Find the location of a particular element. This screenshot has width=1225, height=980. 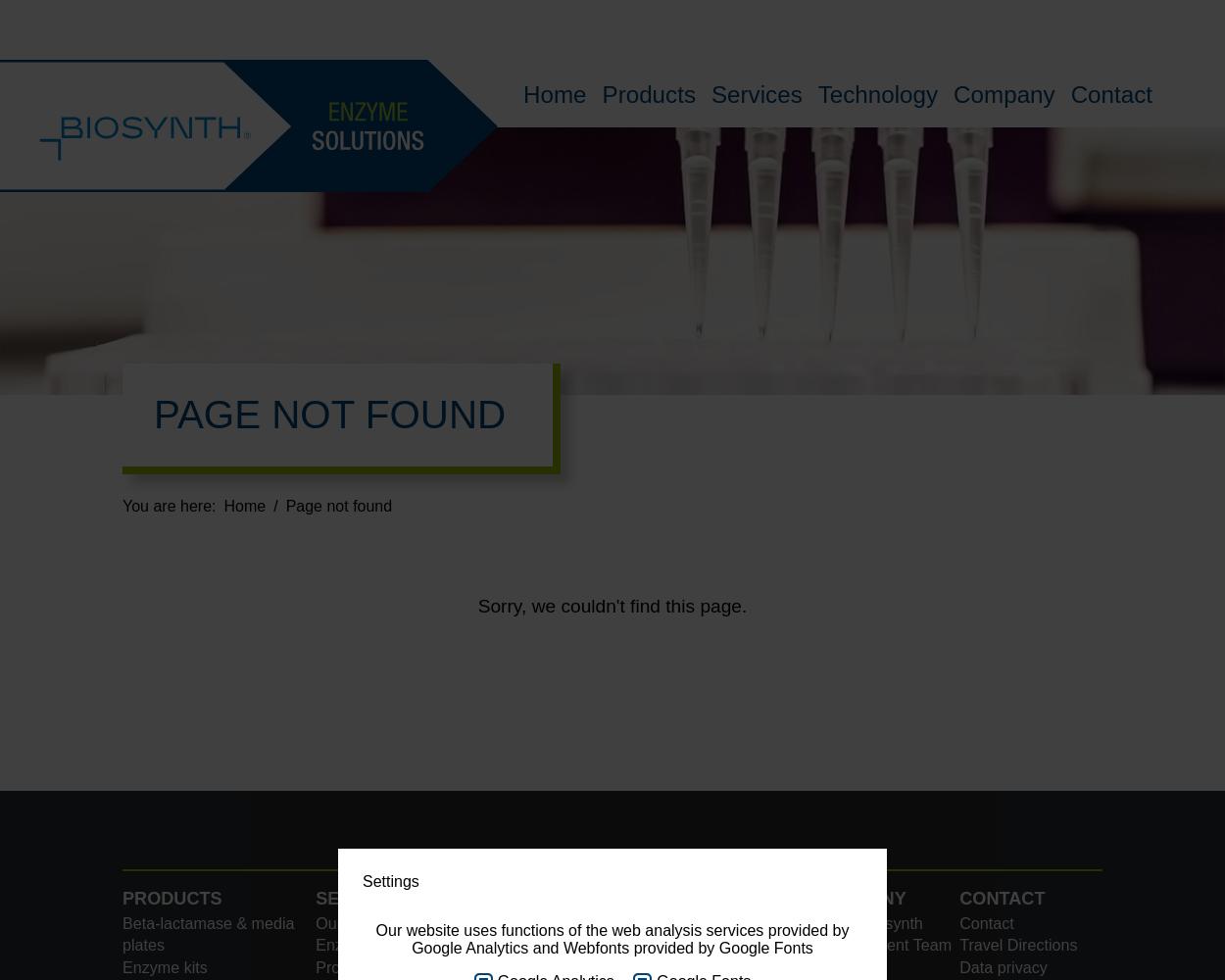

'Enzyme kits' is located at coordinates (122, 966).